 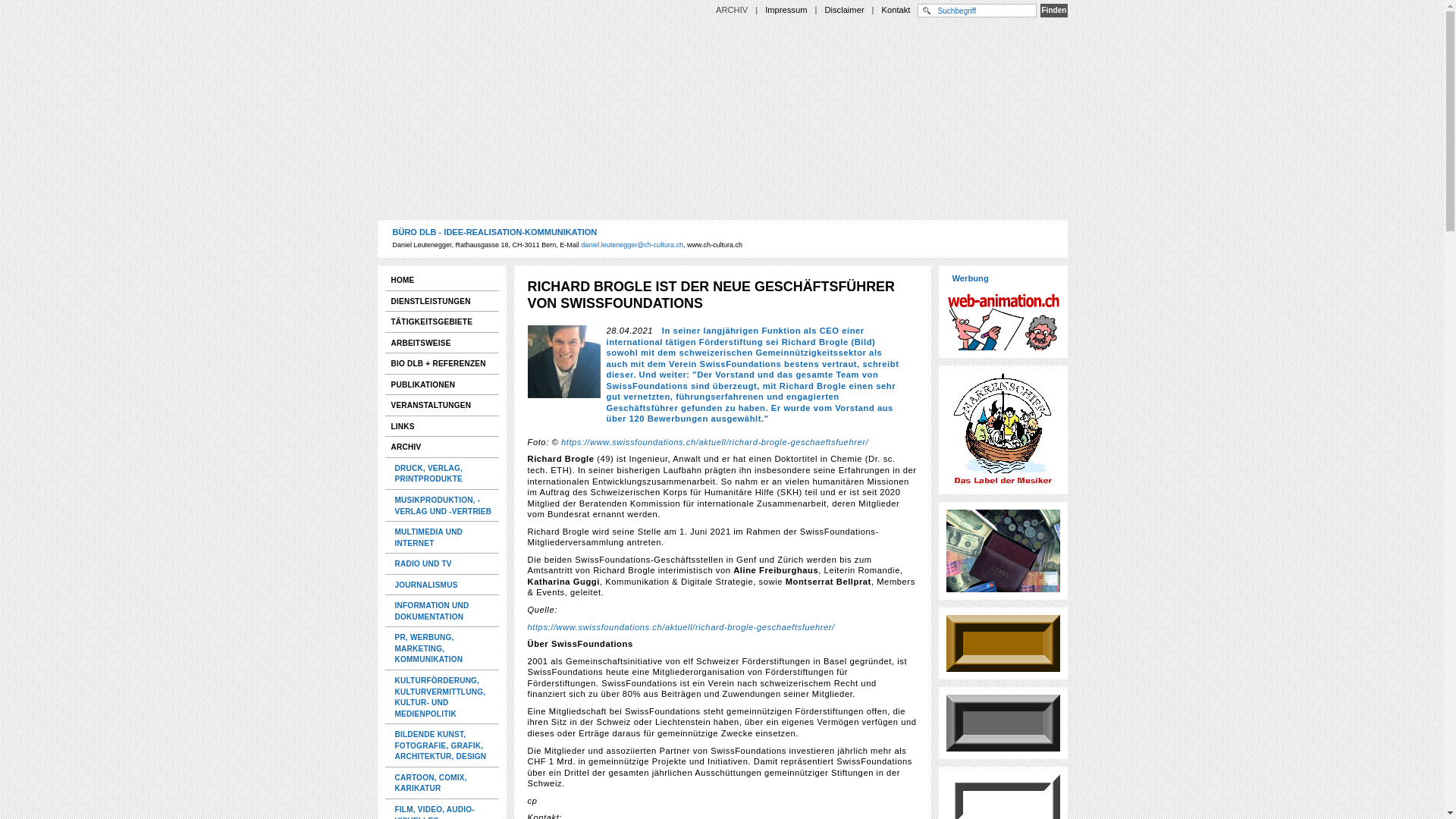 What do you see at coordinates (442, 563) in the screenshot?
I see `'RADIO UND TV'` at bounding box center [442, 563].